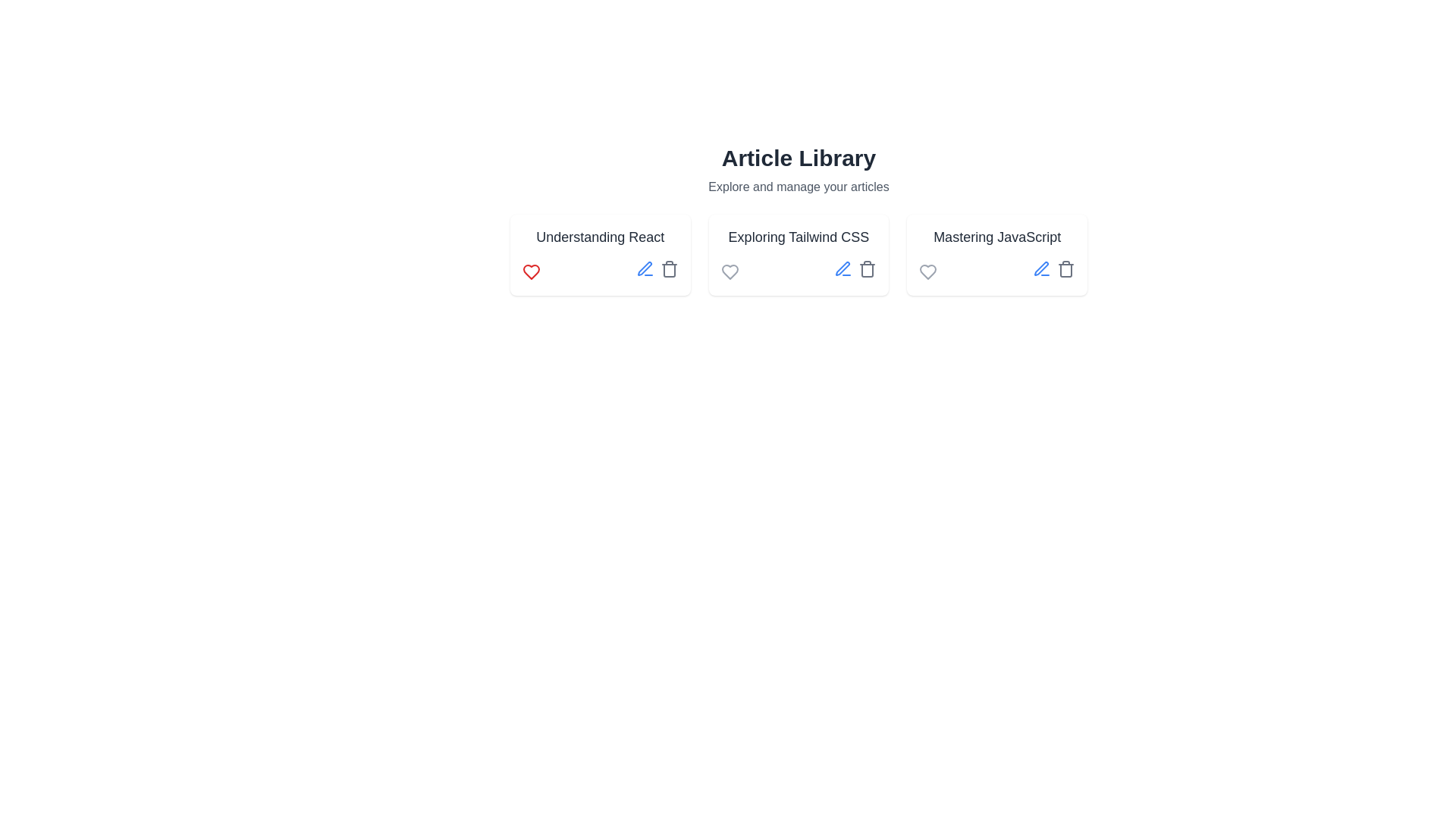 The image size is (1456, 819). Describe the element at coordinates (730, 271) in the screenshot. I see `the gray heart-like icon button located in the second article card titled 'Exploring Tailwind CSS'` at that location.